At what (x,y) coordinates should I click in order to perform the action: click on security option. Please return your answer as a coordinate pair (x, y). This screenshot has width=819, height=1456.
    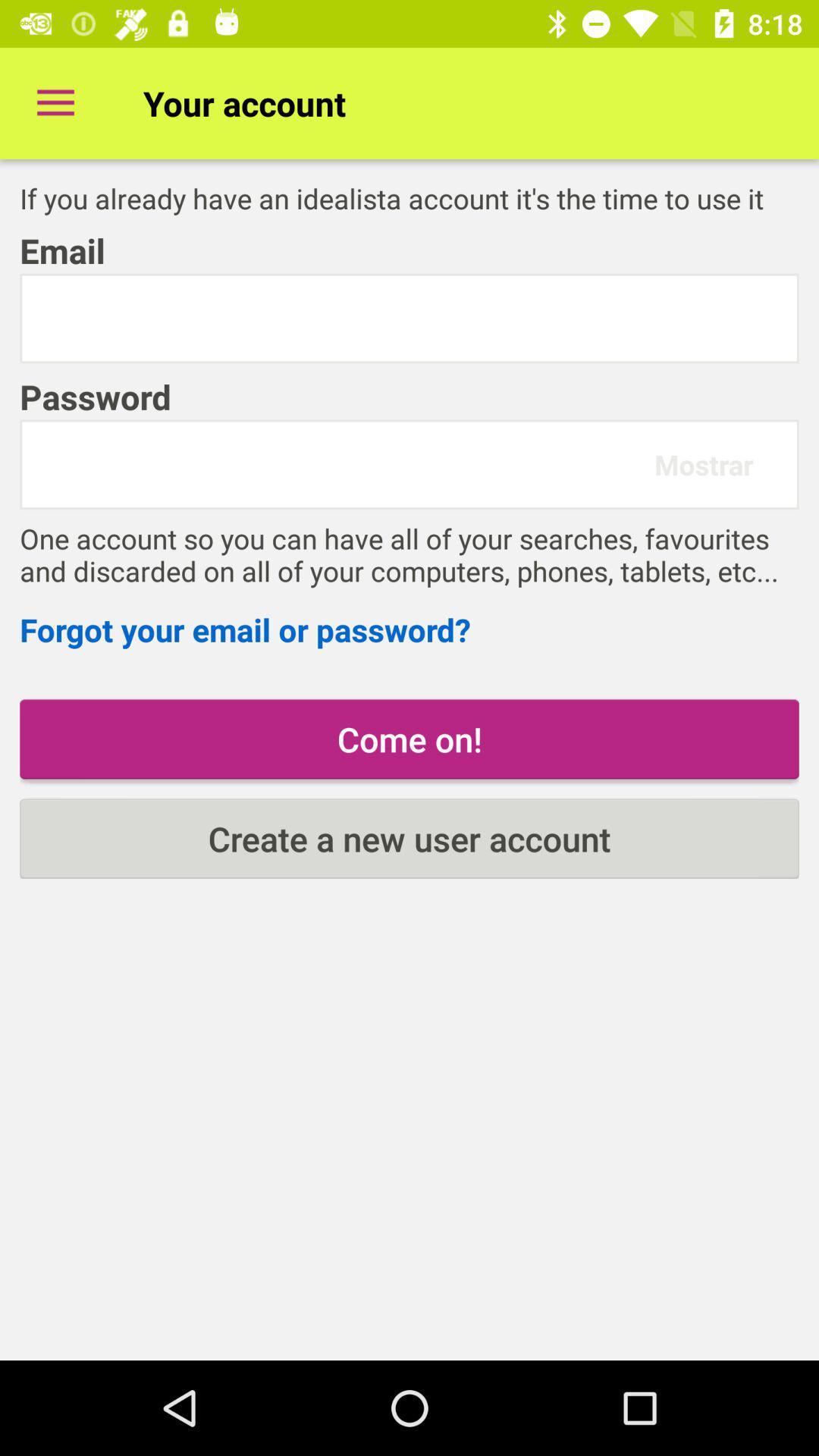
    Looking at the image, I should click on (409, 318).